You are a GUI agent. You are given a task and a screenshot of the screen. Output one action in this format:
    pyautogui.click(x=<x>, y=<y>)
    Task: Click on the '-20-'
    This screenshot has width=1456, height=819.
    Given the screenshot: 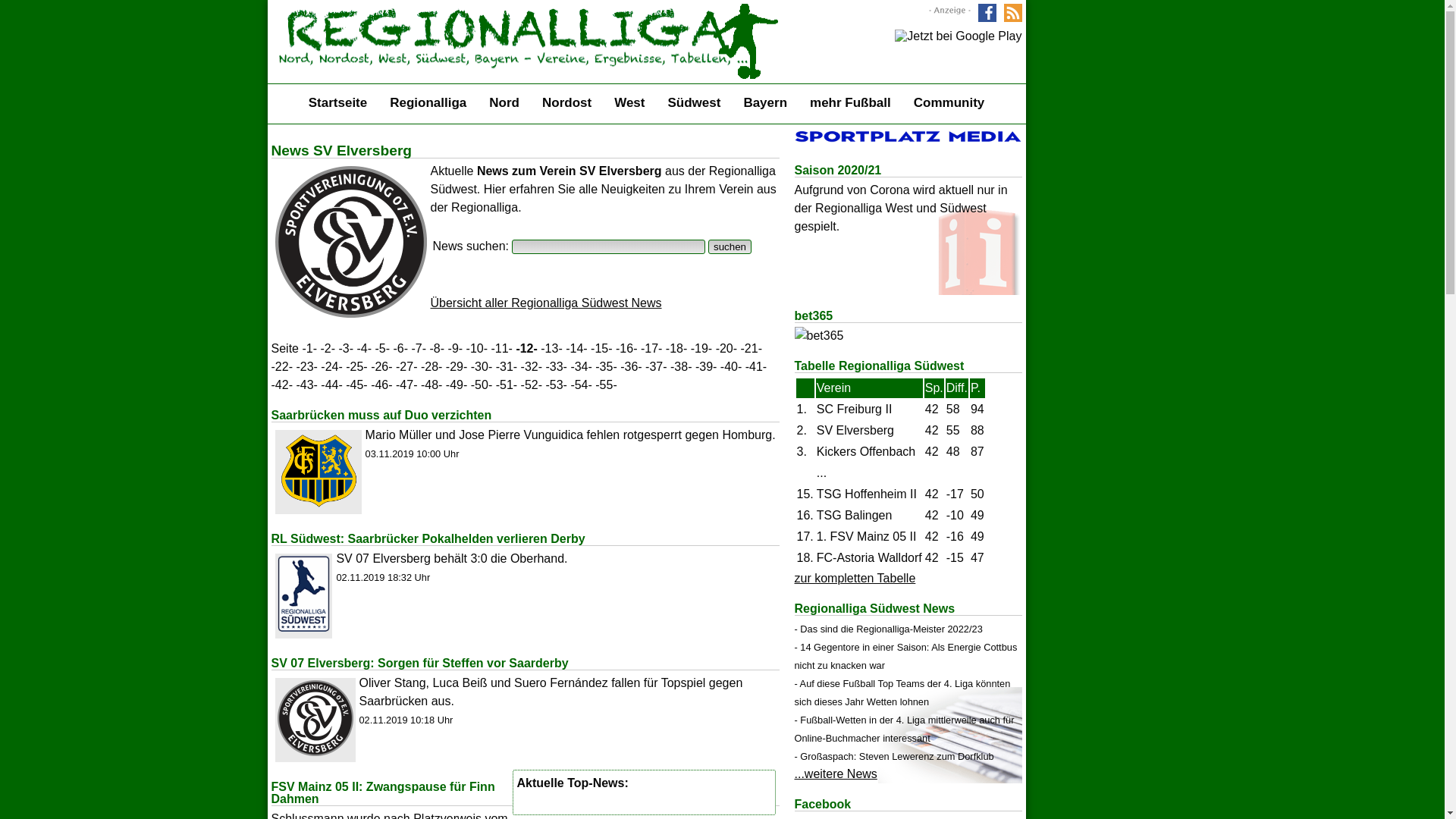 What is the action you would take?
    pyautogui.click(x=715, y=348)
    